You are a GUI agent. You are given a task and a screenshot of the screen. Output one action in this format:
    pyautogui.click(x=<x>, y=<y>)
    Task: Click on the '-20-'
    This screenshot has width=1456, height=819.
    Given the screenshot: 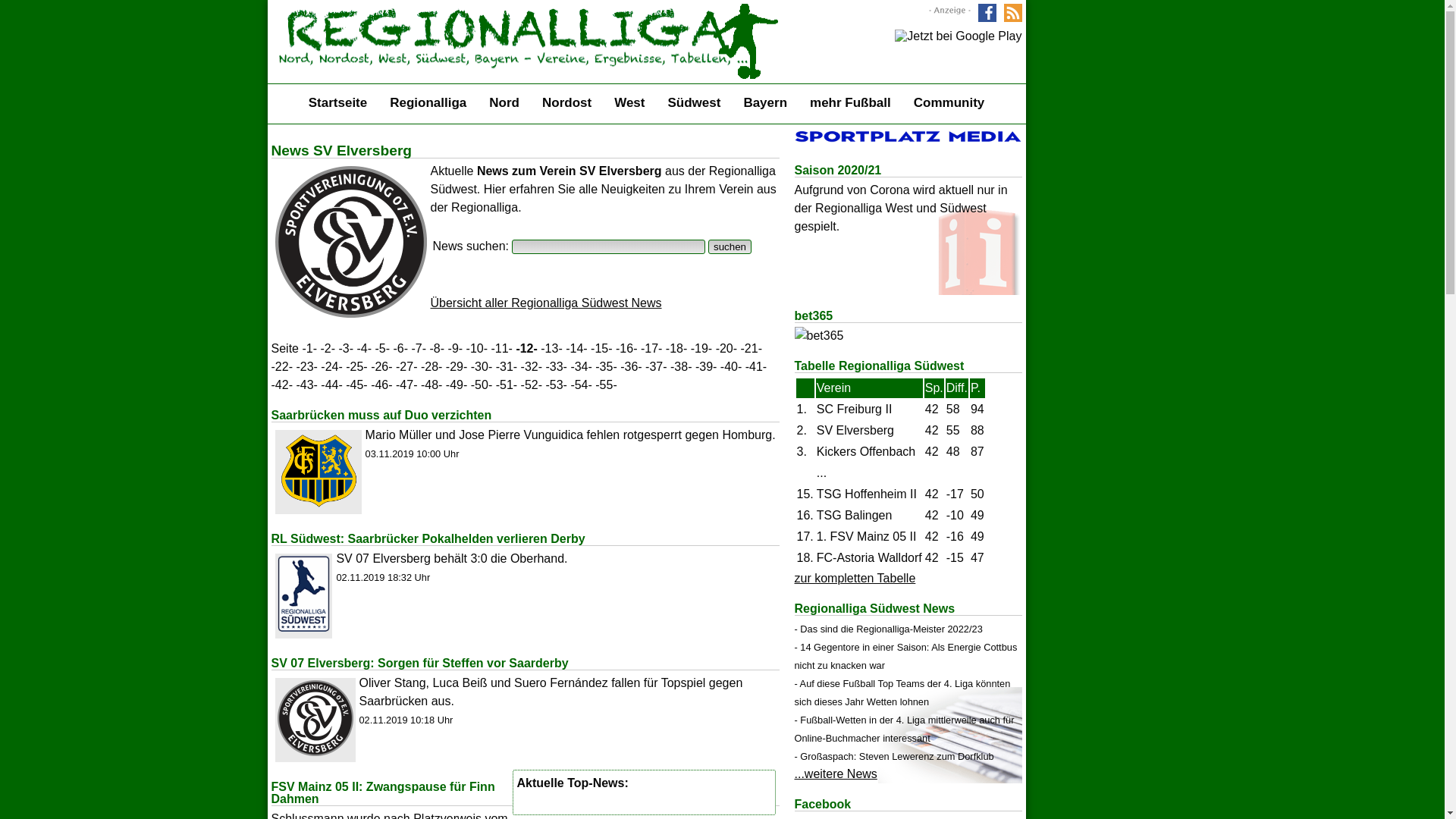 What is the action you would take?
    pyautogui.click(x=715, y=348)
    